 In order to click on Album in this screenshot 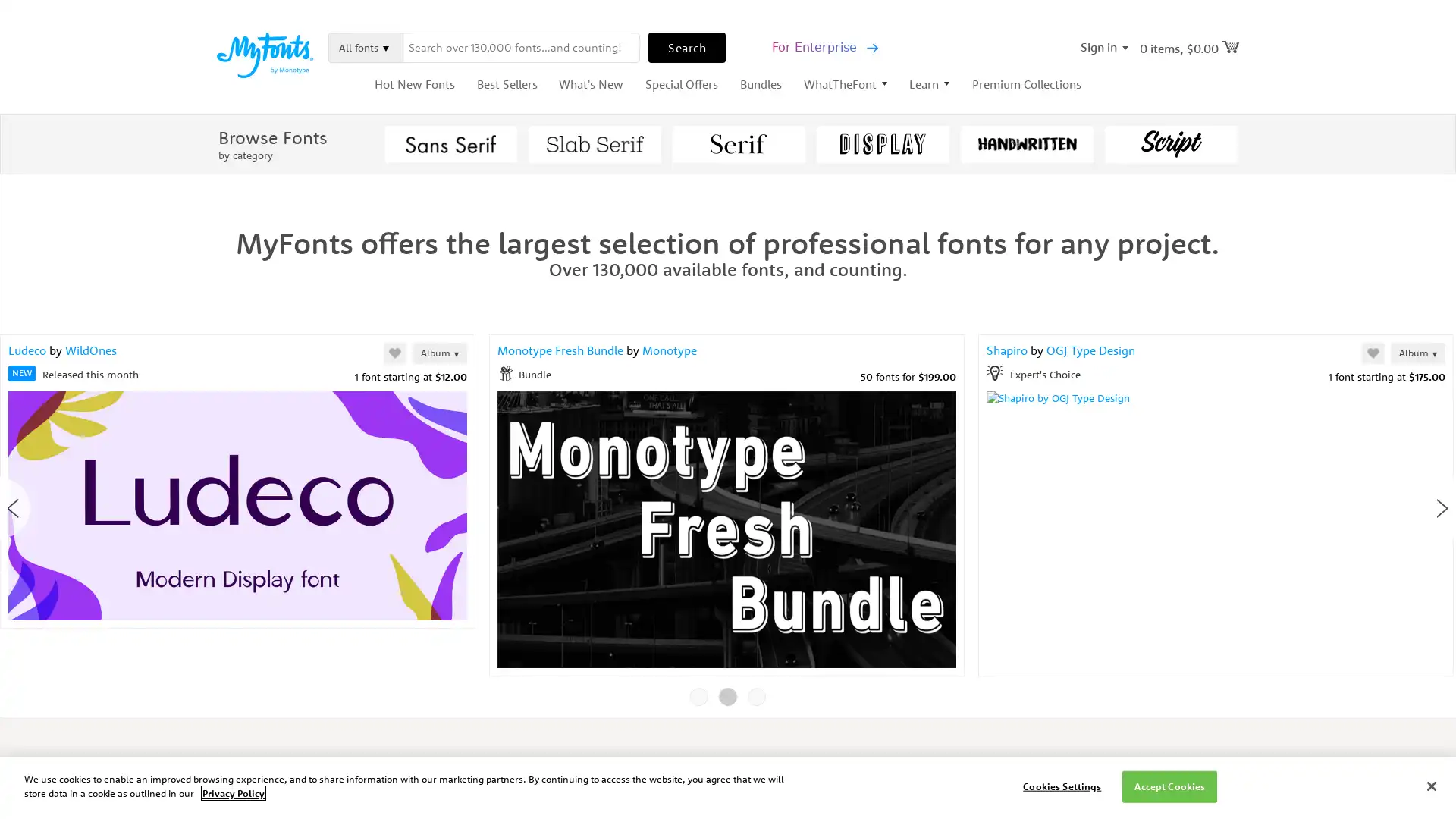, I will do `click(1417, 353)`.